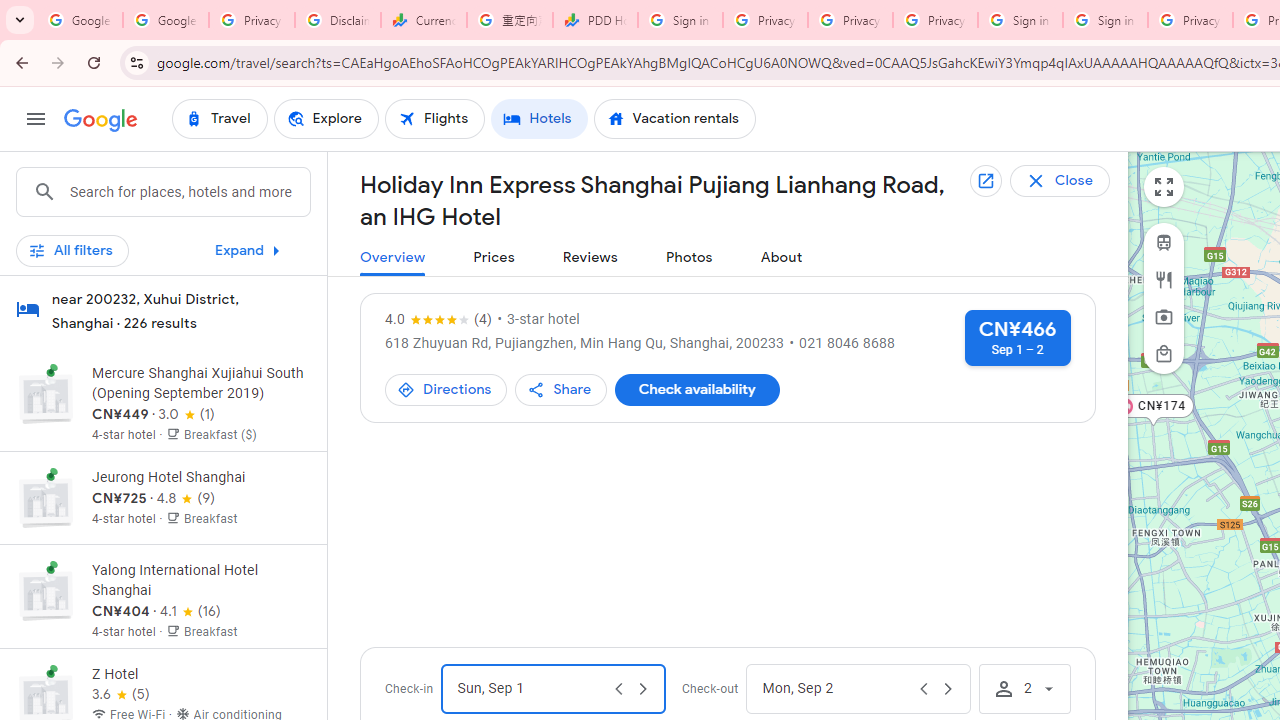  What do you see at coordinates (186, 413) in the screenshot?
I see `'3 out of 5 stars from 1 reviews'` at bounding box center [186, 413].